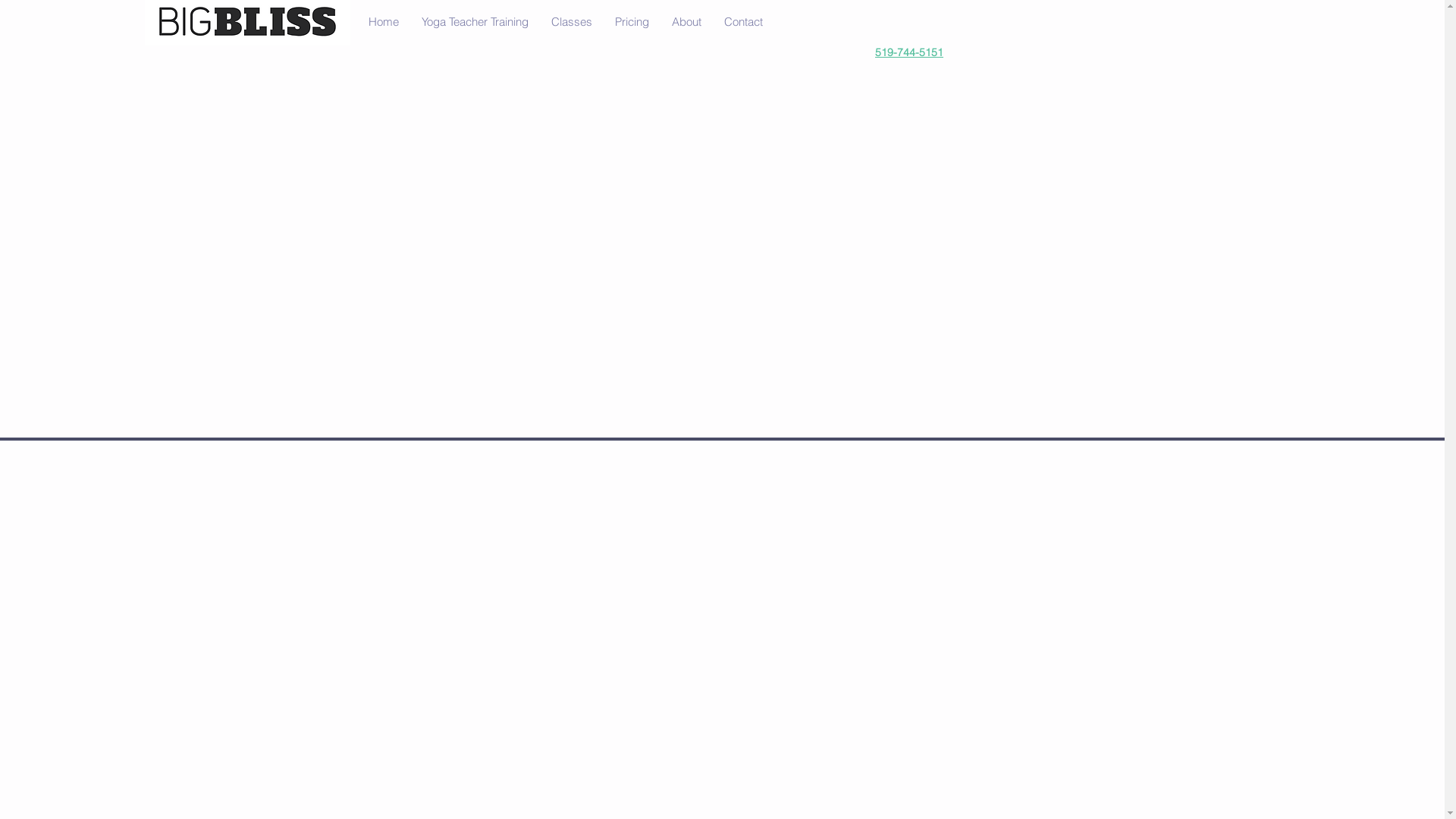 Image resolution: width=1456 pixels, height=819 pixels. Describe the element at coordinates (473, 22) in the screenshot. I see `'Yoga Teacher Training'` at that location.